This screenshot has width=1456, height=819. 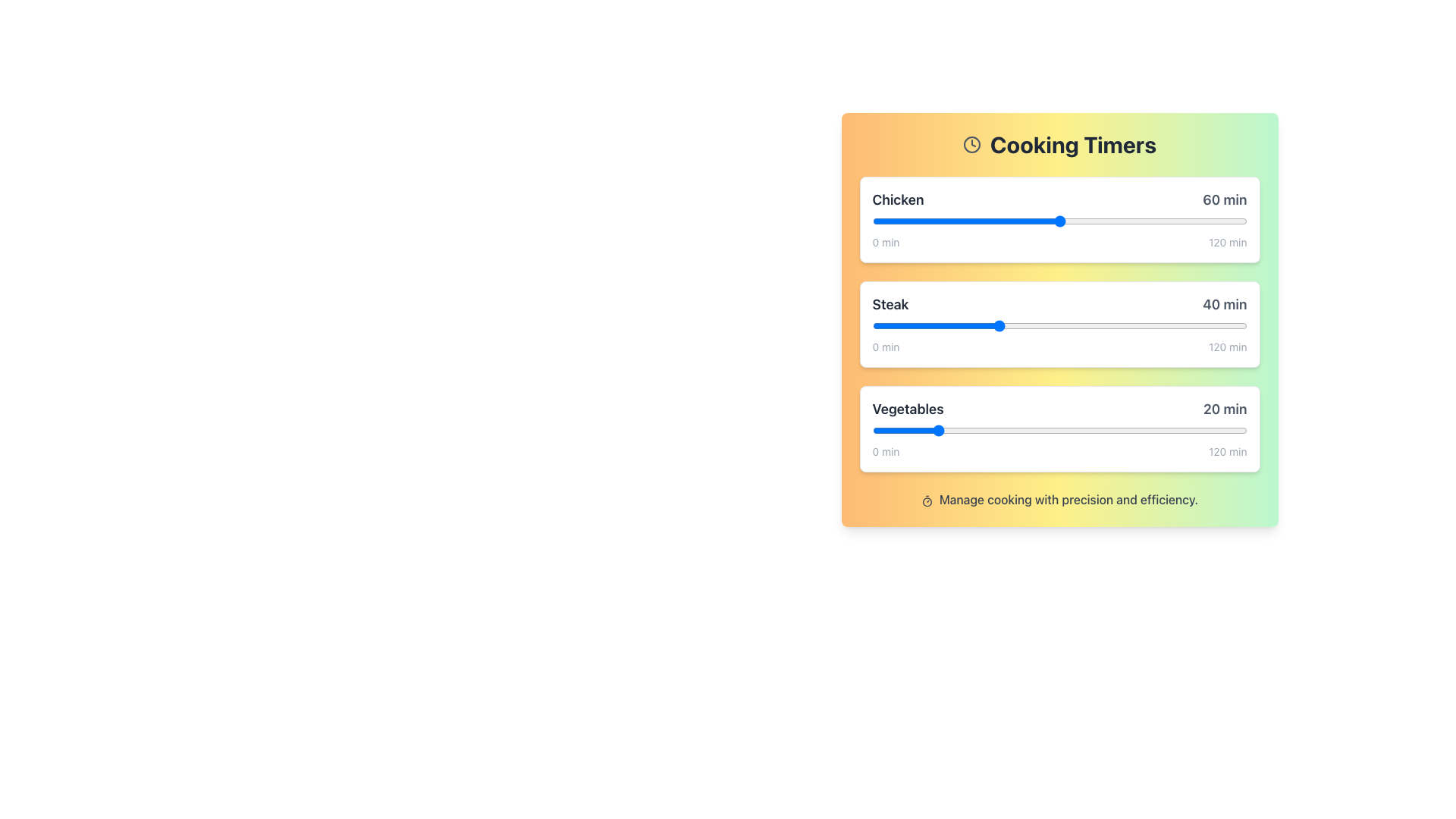 I want to click on the minimalist gray clock icon located to the left of the 'Cooking Timers' text in the top left area of the module, so click(x=971, y=145).